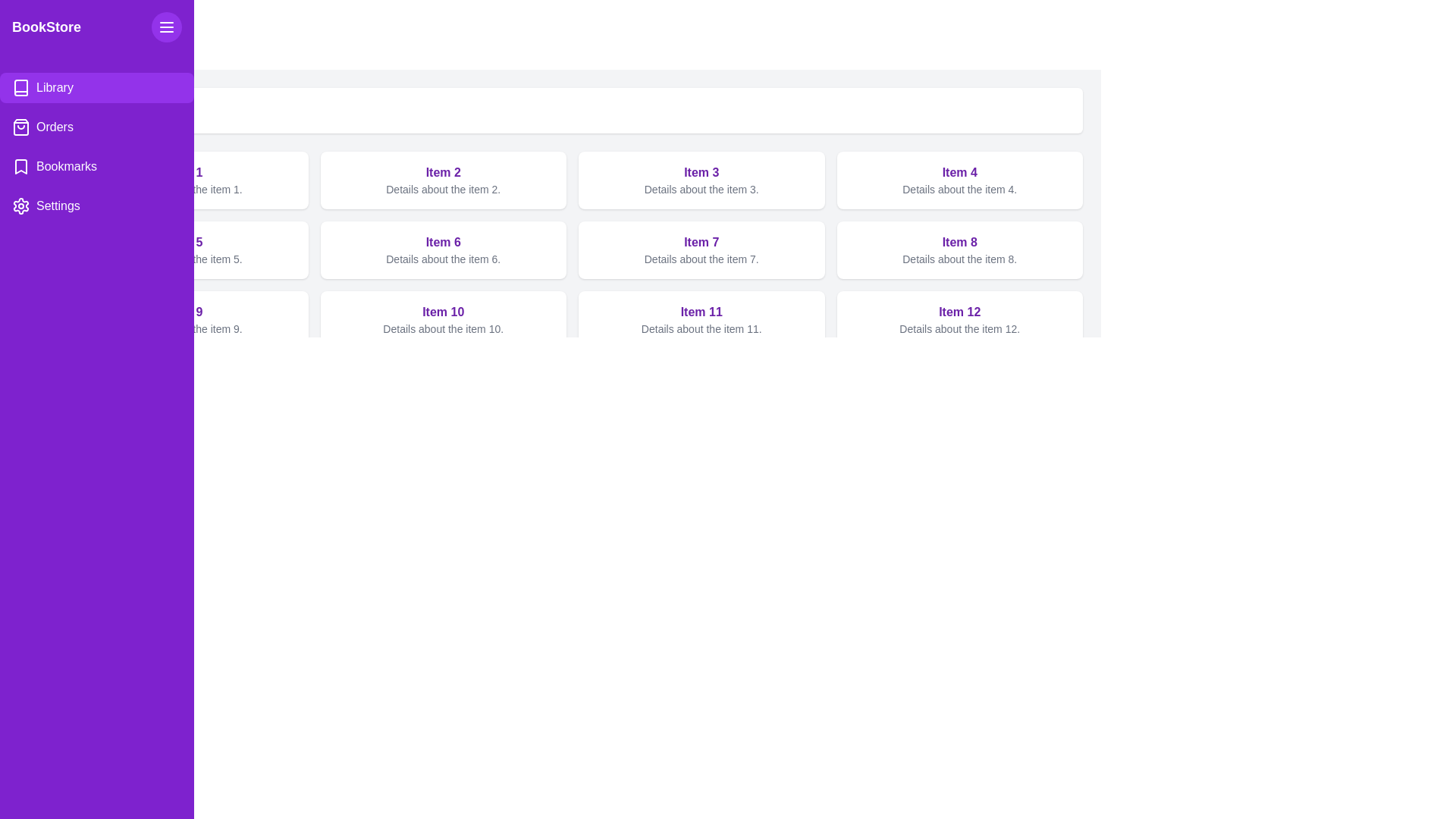  What do you see at coordinates (442, 180) in the screenshot?
I see `the second informational card in the grid layout that presents summarized information about 'Item 2'` at bounding box center [442, 180].